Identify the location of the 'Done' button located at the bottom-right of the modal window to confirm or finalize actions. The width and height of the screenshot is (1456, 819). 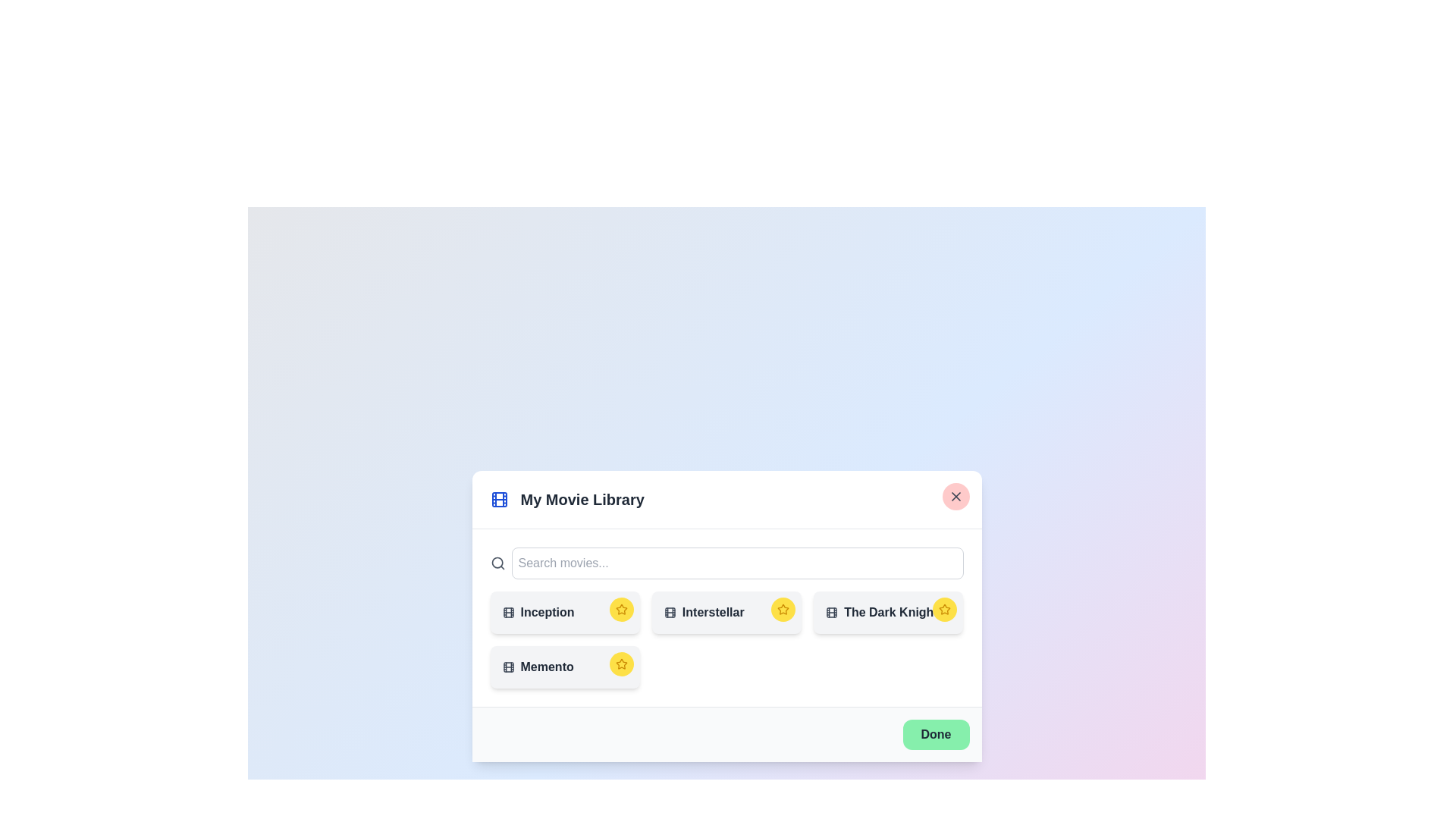
(935, 733).